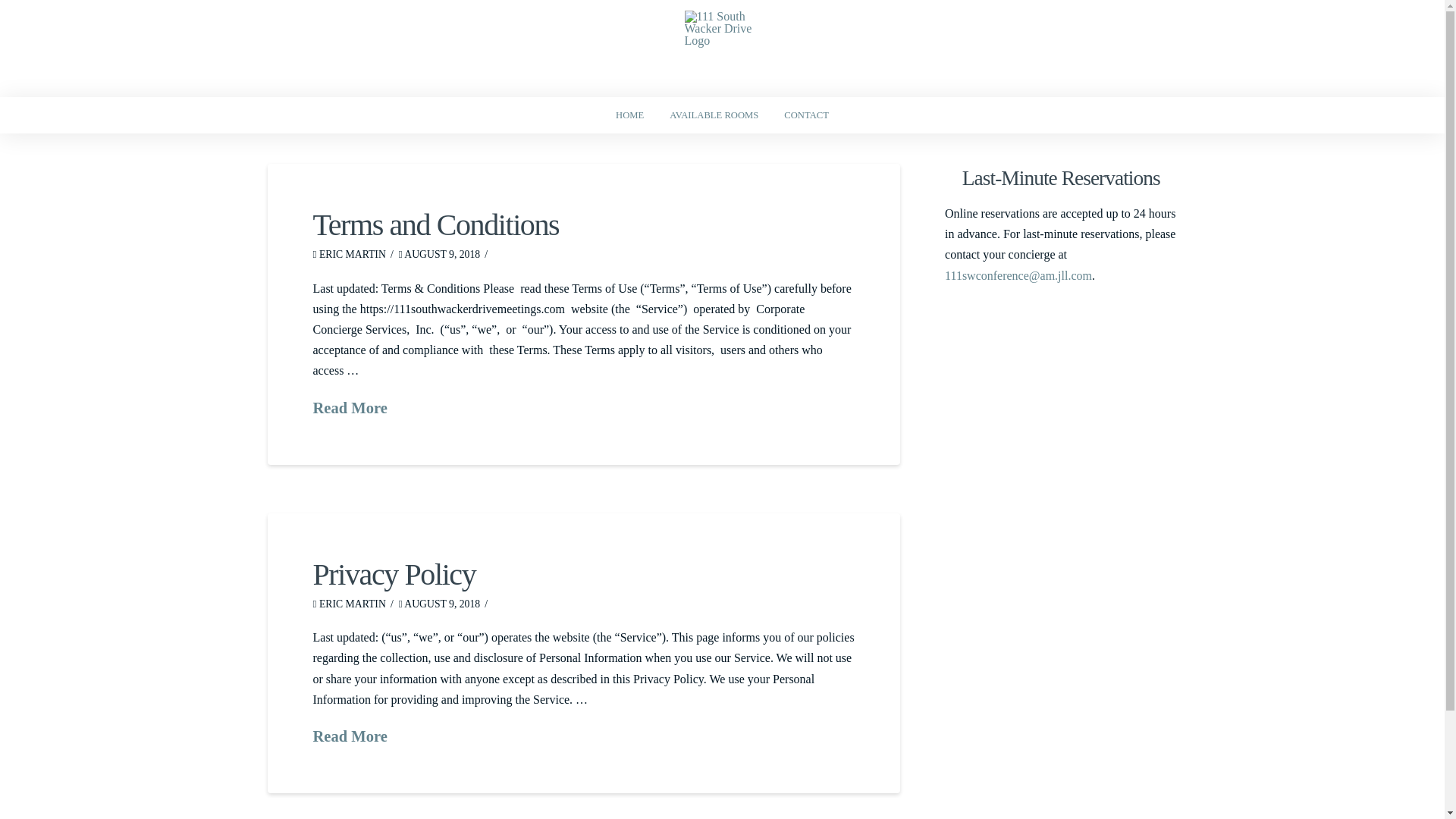  Describe the element at coordinates (629, 115) in the screenshot. I see `'HOME'` at that location.